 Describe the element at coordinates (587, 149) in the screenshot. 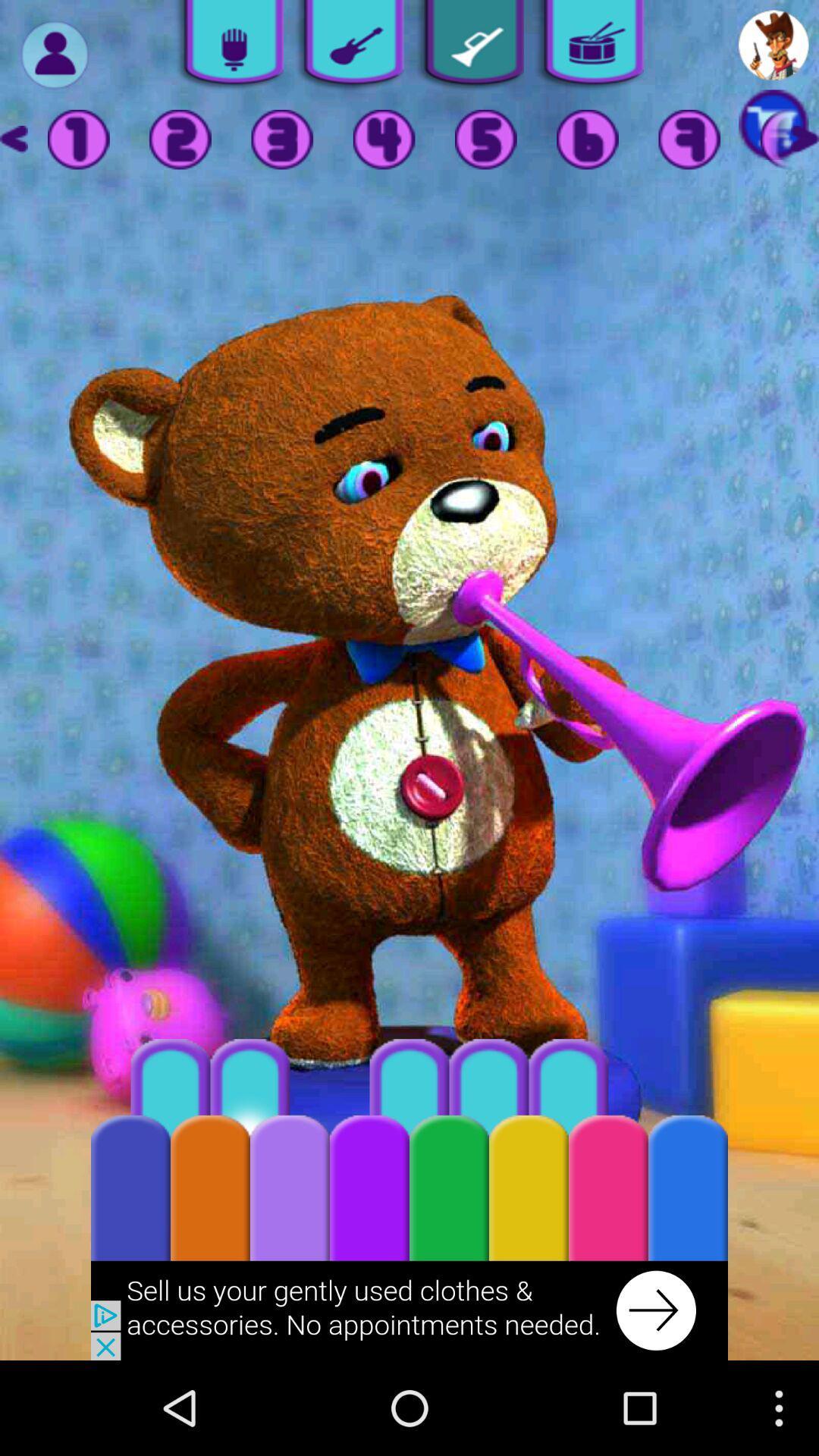

I see `the time icon` at that location.